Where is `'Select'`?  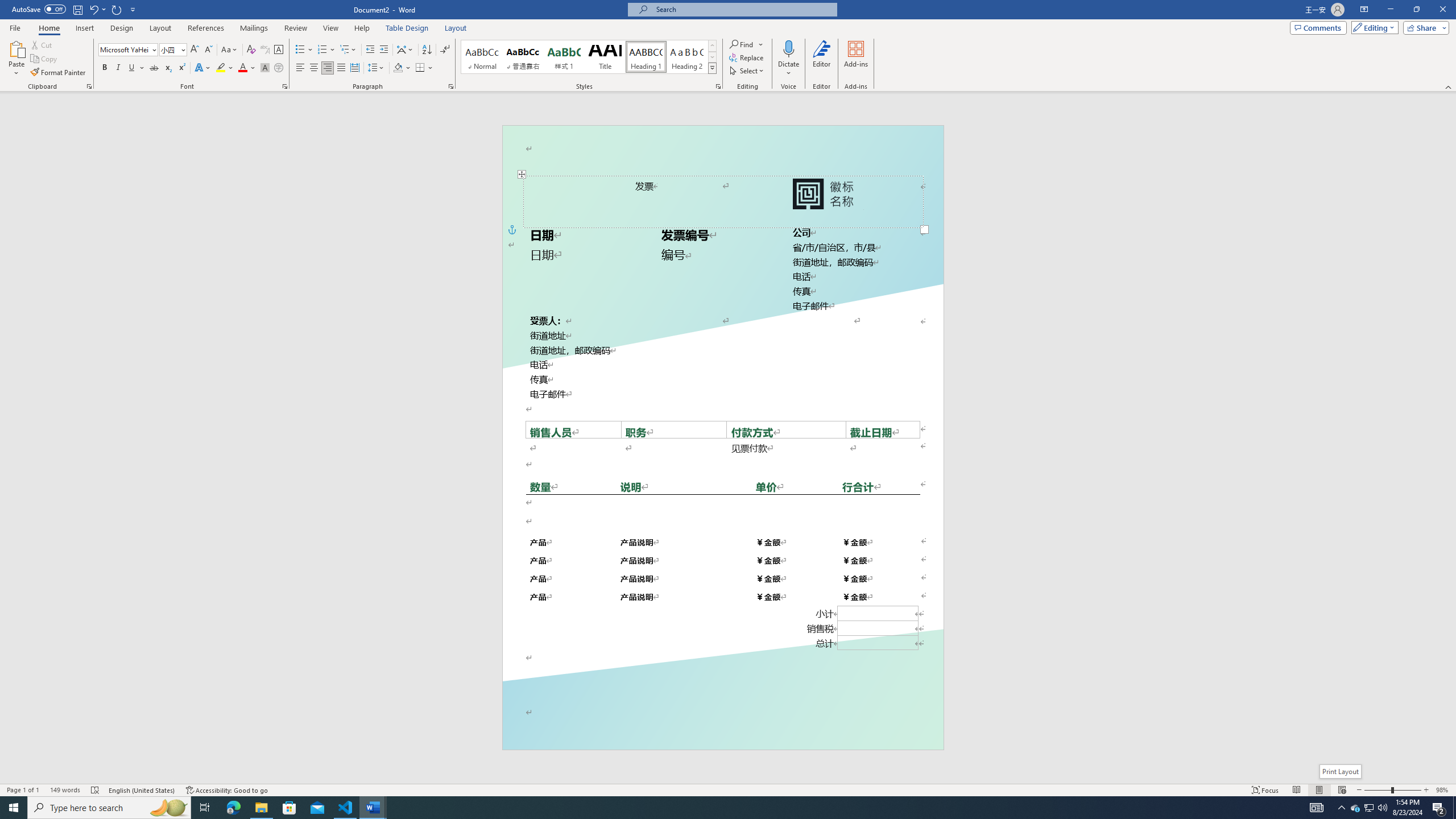 'Select' is located at coordinates (747, 69).